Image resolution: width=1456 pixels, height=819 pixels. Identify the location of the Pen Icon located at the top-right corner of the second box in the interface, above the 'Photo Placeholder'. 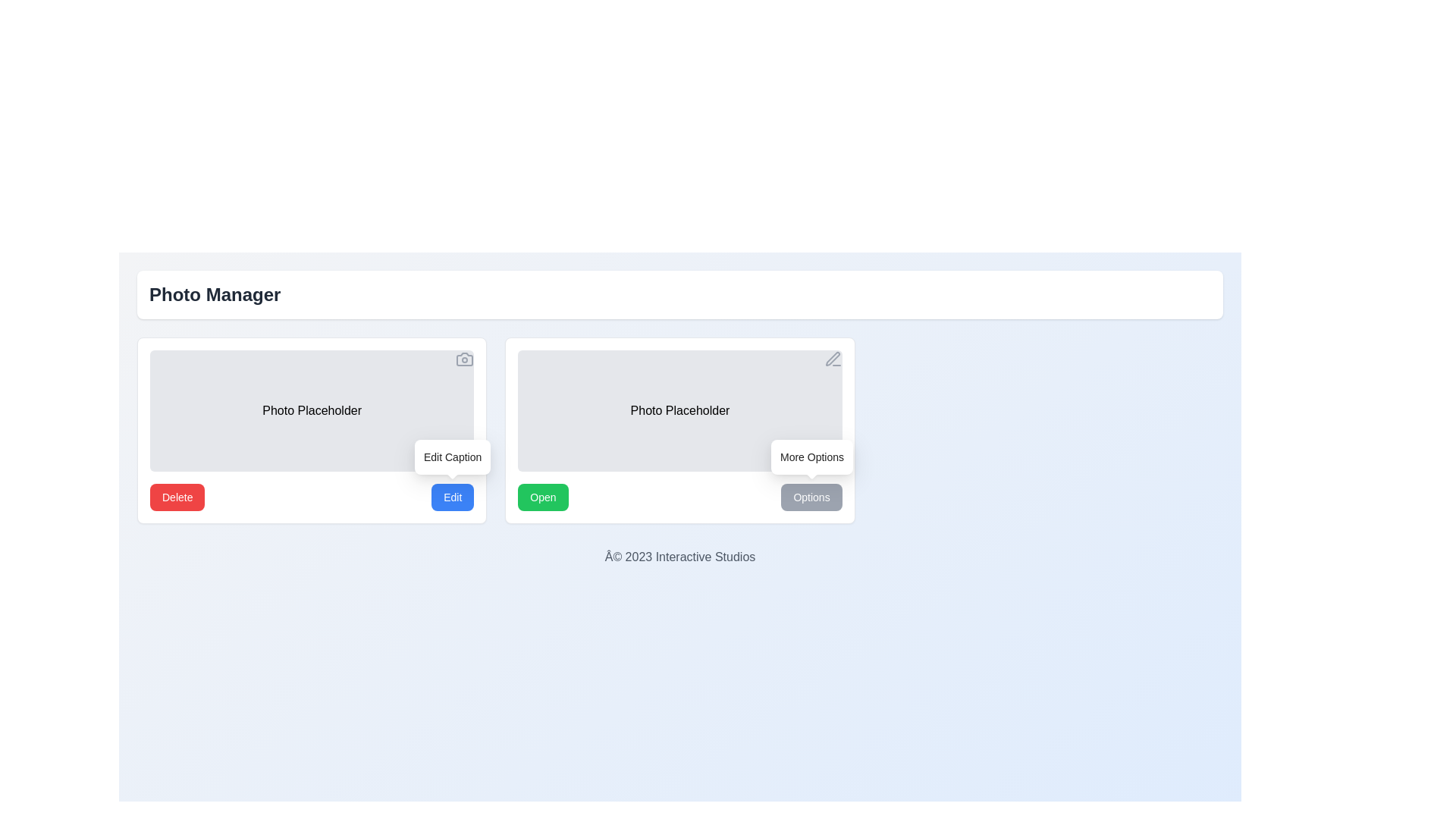
(832, 359).